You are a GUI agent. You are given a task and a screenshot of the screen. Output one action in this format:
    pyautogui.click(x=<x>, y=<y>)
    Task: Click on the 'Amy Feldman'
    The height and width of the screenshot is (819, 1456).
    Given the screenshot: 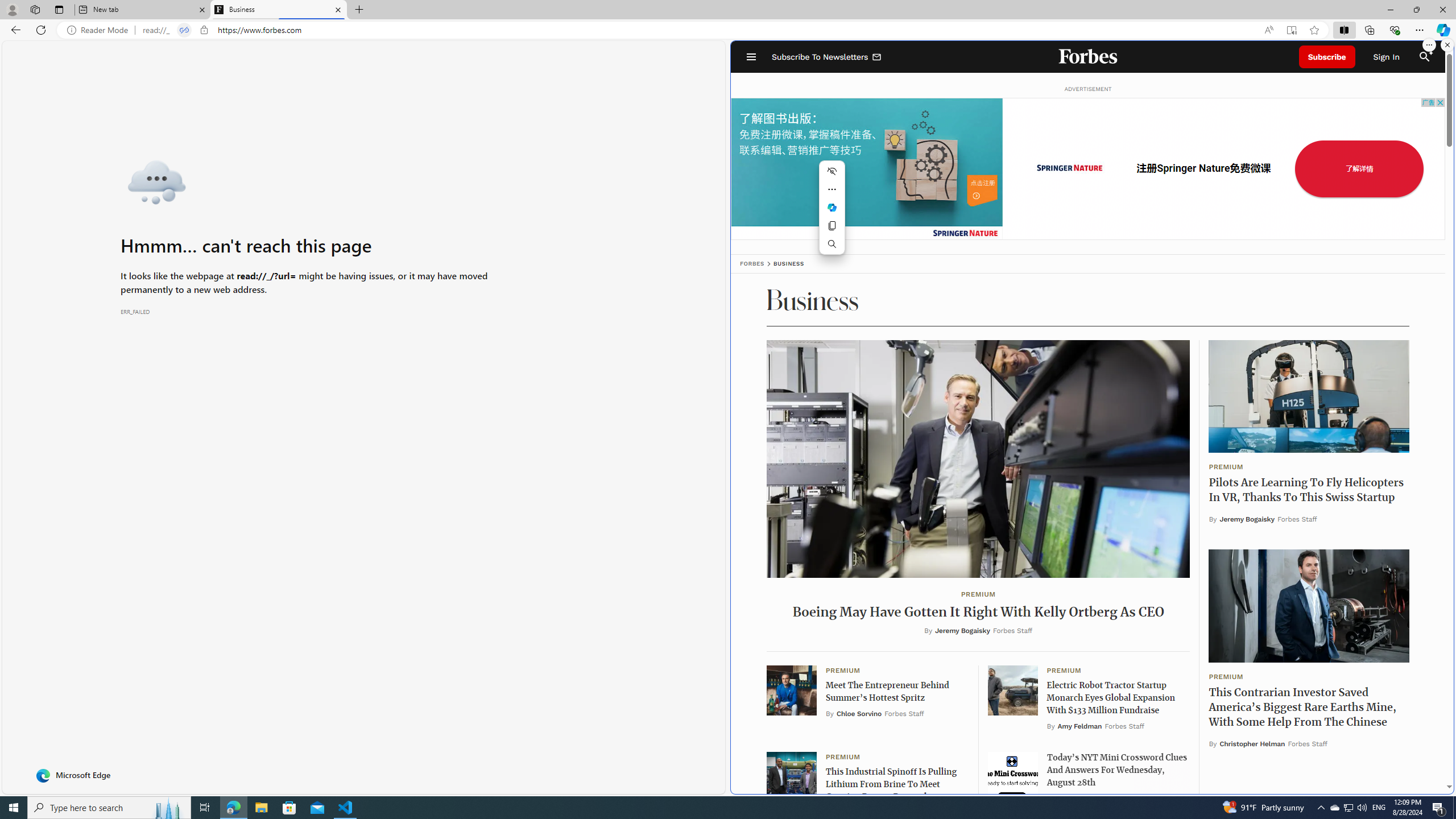 What is the action you would take?
    pyautogui.click(x=1079, y=726)
    